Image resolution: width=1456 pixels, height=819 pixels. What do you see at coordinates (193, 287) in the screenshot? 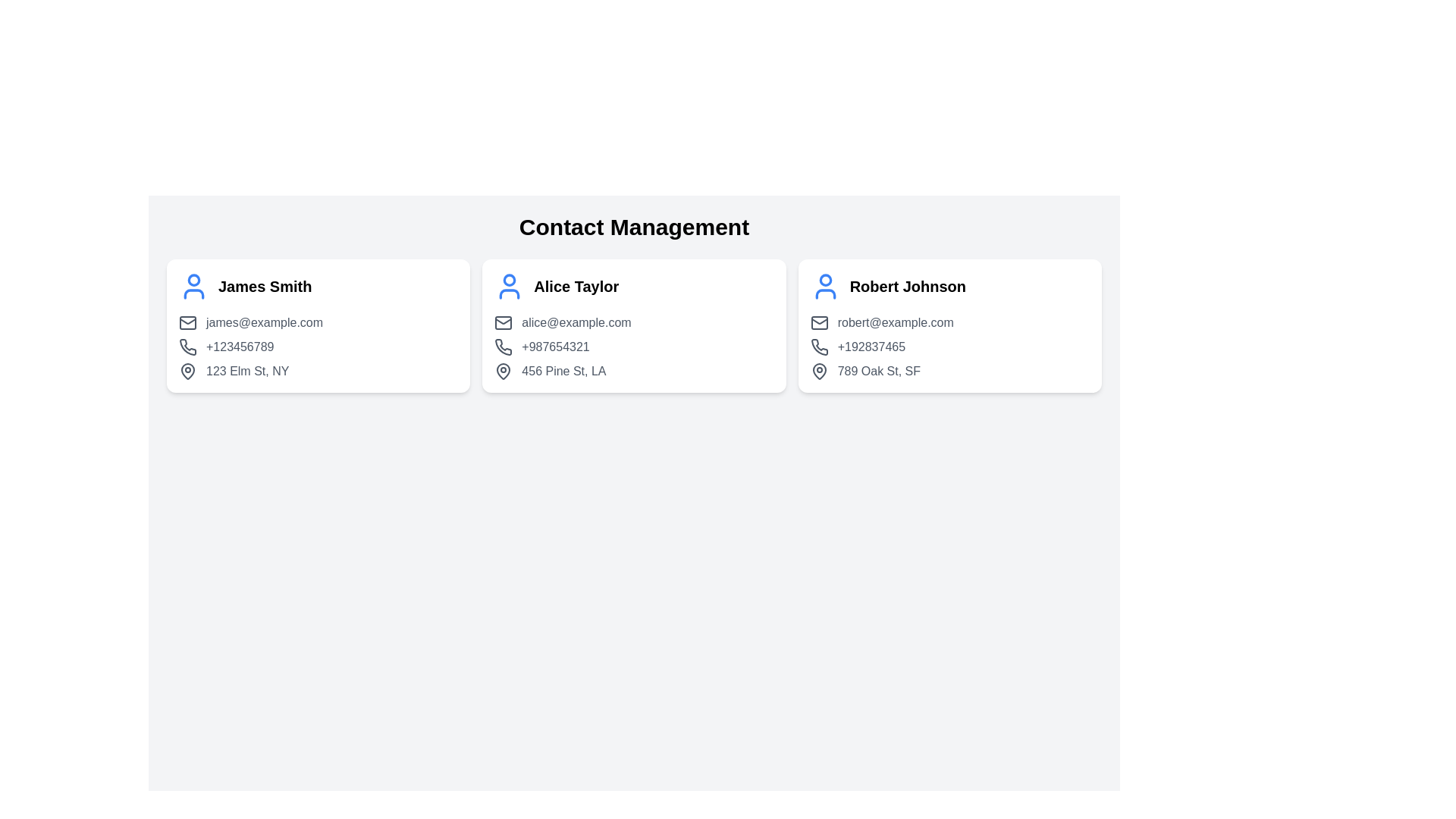
I see `the user icon shaped element with a blue color, representing a user, located within the contact card for 'James Smith', positioned to the left of the text content` at bounding box center [193, 287].